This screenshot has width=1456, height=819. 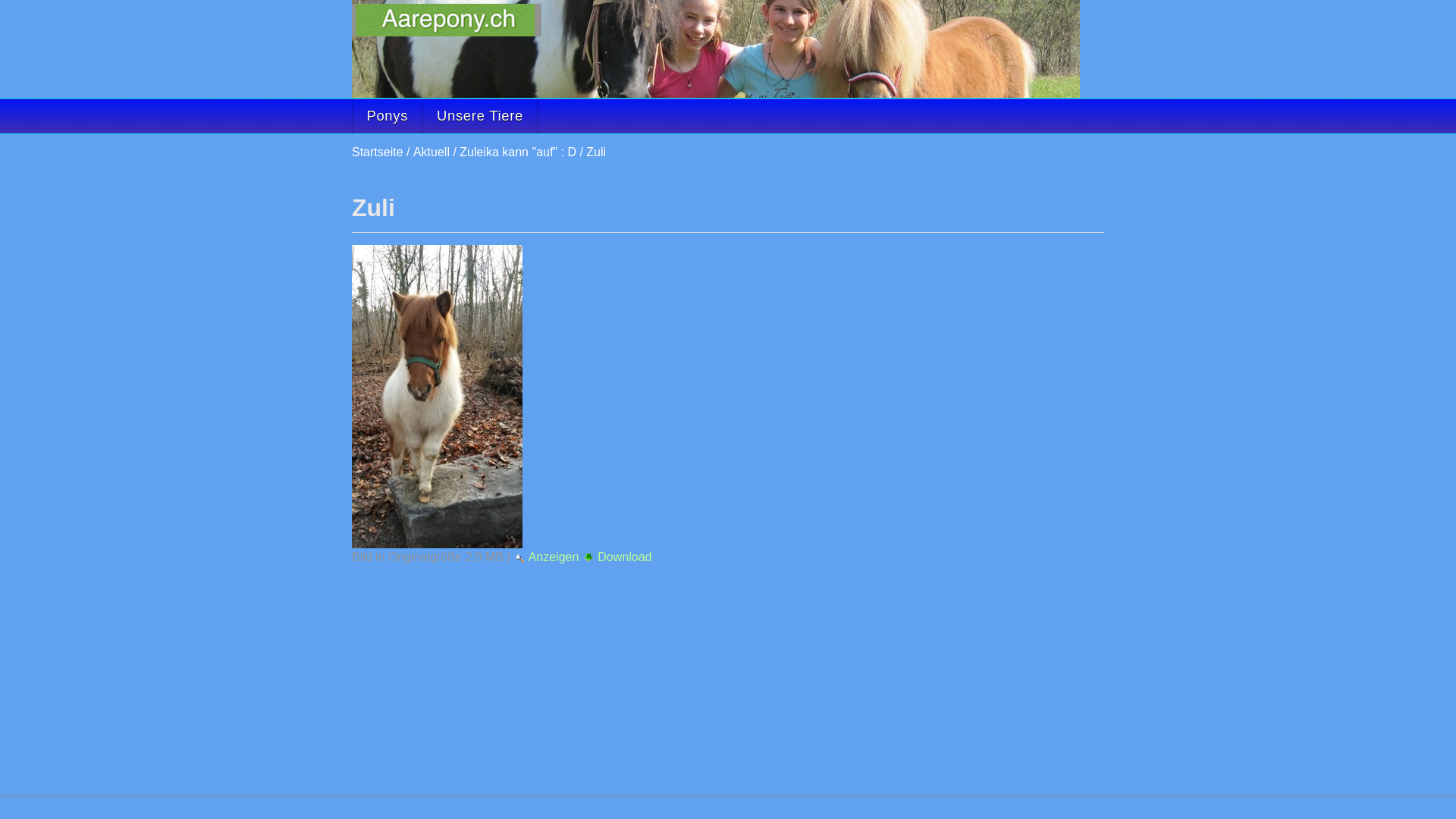 I want to click on 'Bild anzeigen', so click(x=519, y=558).